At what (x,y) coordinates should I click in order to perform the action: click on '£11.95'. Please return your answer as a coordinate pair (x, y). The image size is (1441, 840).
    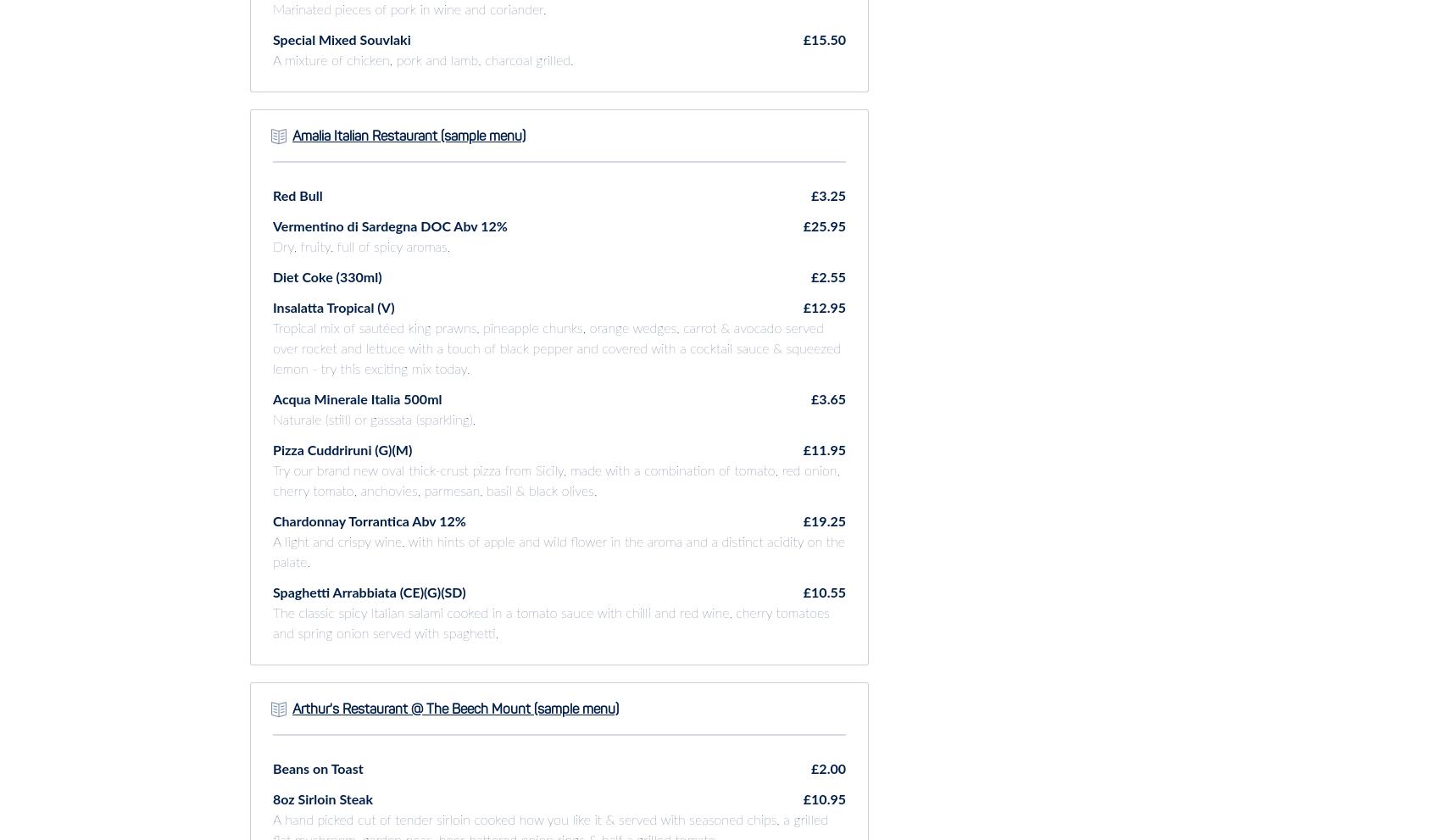
    Looking at the image, I should click on (823, 449).